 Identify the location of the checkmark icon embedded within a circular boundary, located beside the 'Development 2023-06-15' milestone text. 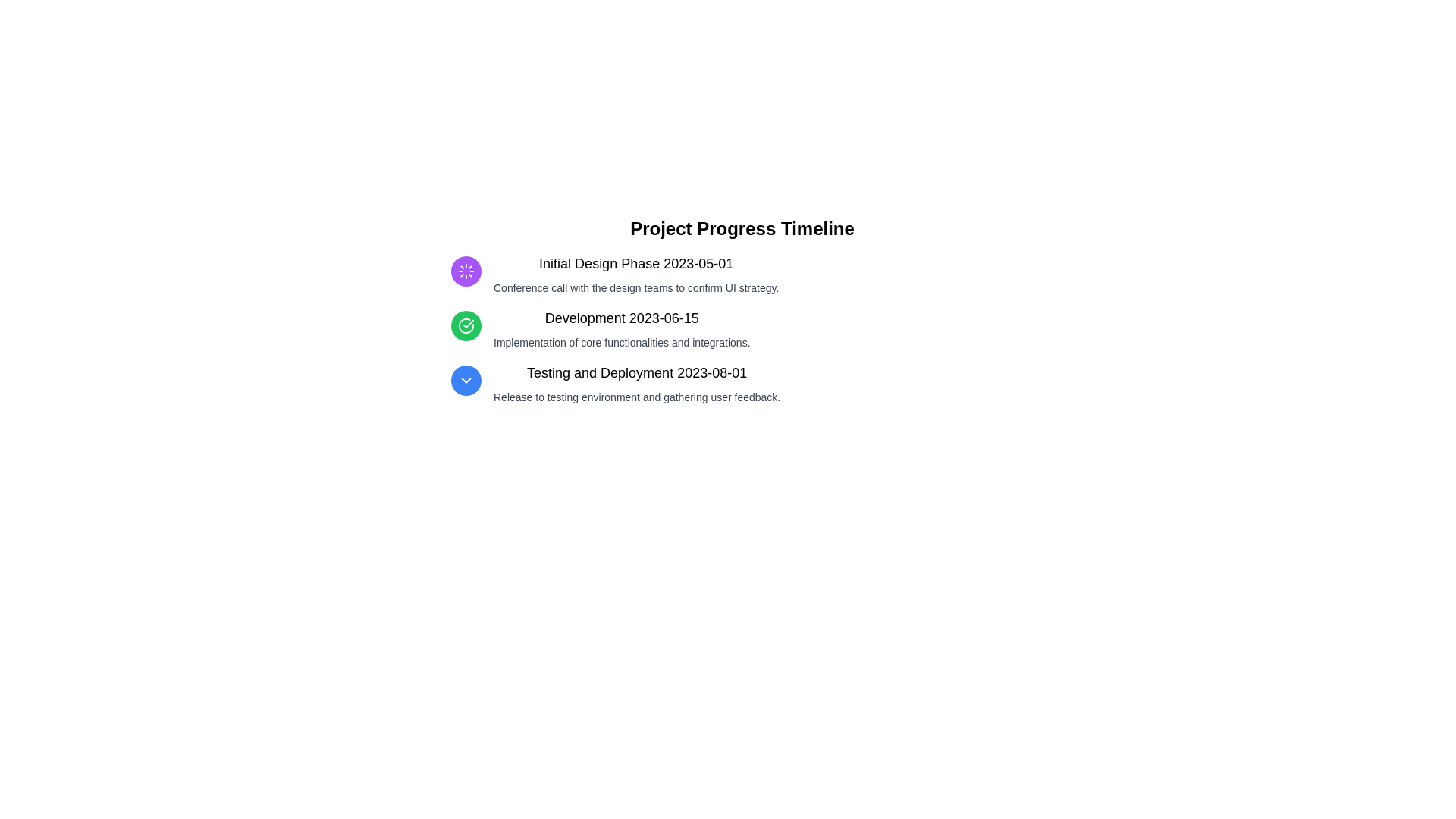
(468, 323).